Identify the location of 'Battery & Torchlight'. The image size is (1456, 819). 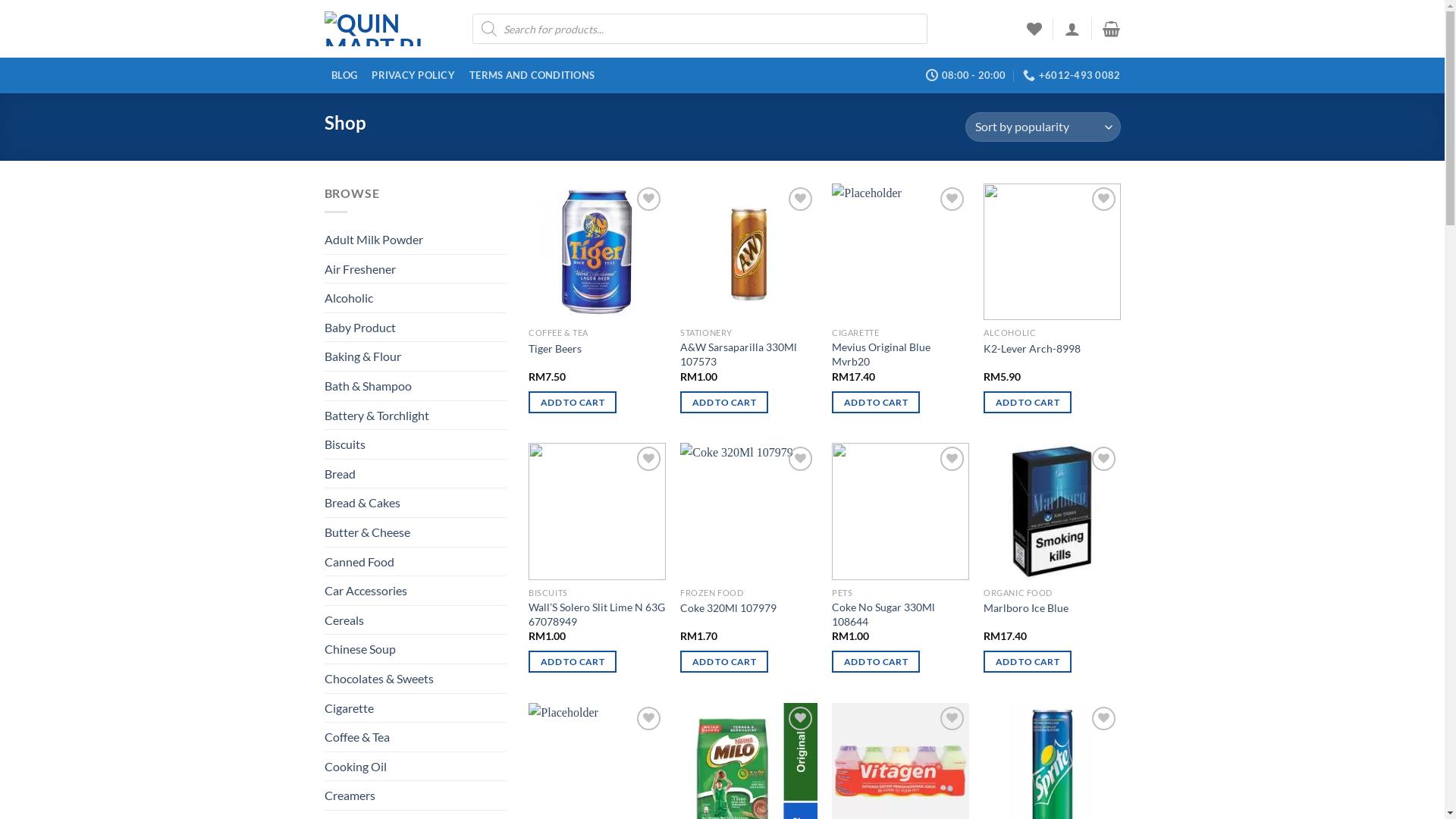
(415, 415).